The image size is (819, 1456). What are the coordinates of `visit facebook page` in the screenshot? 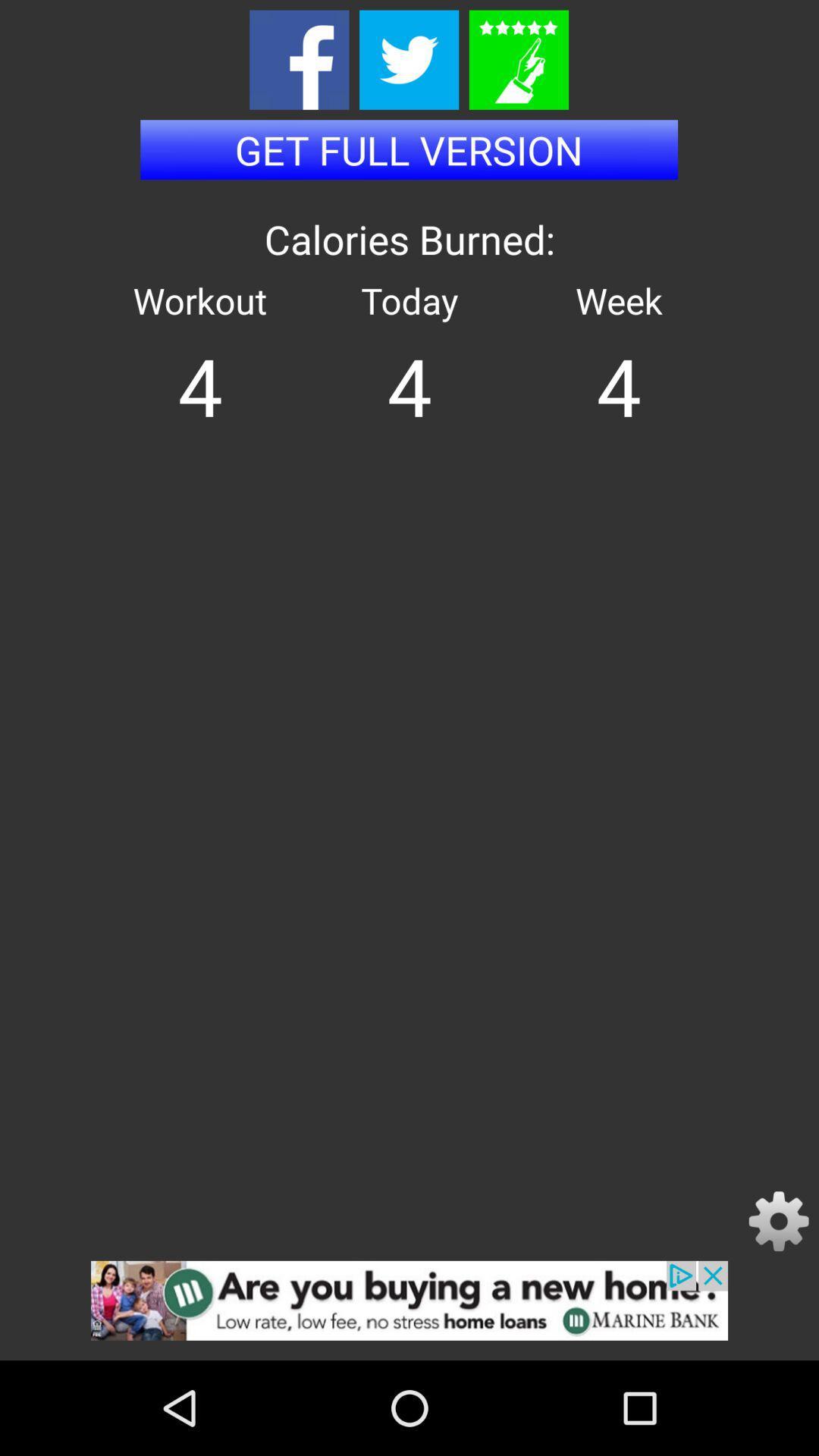 It's located at (299, 60).